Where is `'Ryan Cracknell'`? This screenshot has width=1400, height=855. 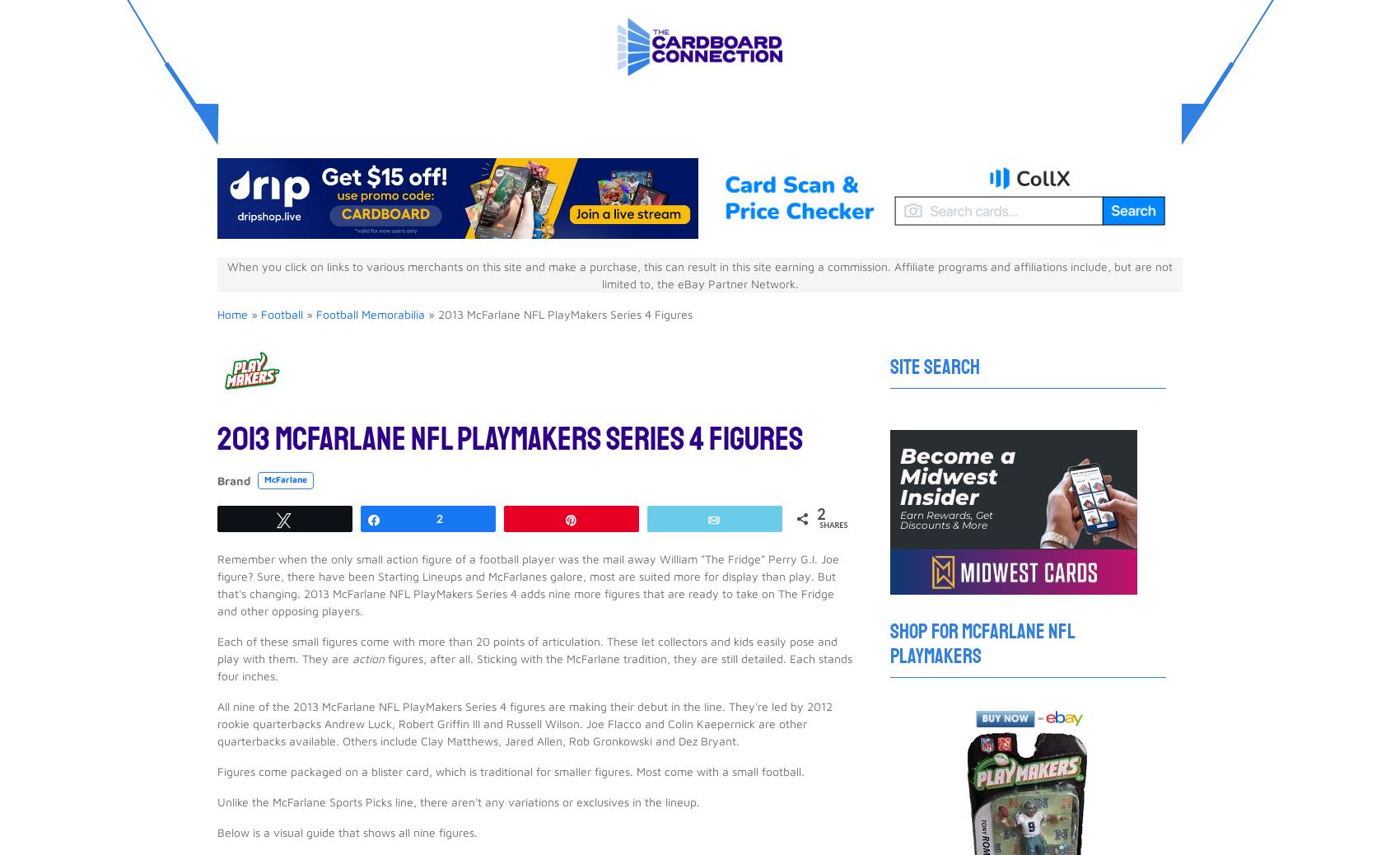
'Ryan Cracknell' is located at coordinates (302, 559).